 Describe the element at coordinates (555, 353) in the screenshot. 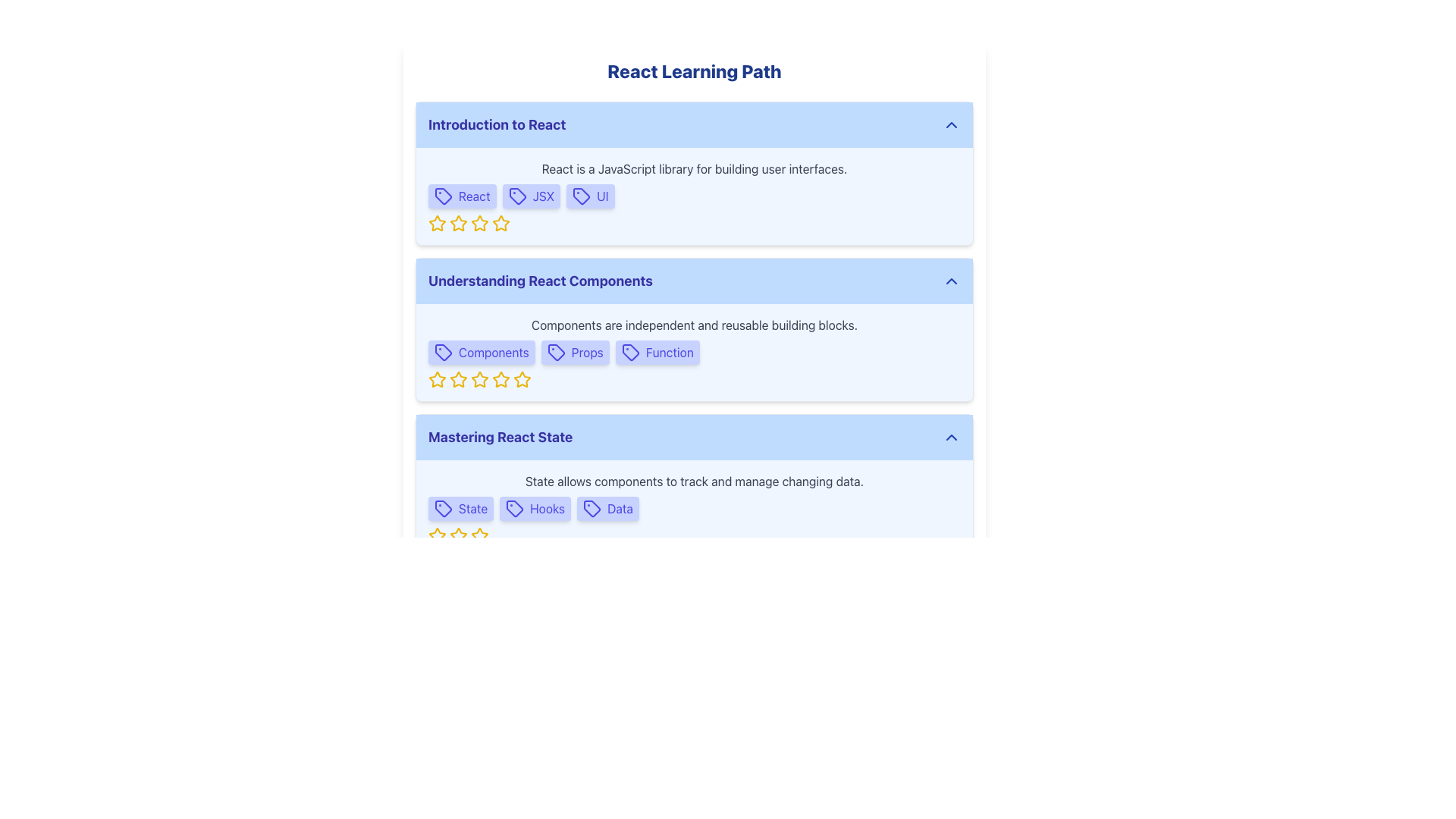

I see `the tag-shaped icon with a blue border located next to the label 'Props' in the 'Understanding React Components' section` at that location.